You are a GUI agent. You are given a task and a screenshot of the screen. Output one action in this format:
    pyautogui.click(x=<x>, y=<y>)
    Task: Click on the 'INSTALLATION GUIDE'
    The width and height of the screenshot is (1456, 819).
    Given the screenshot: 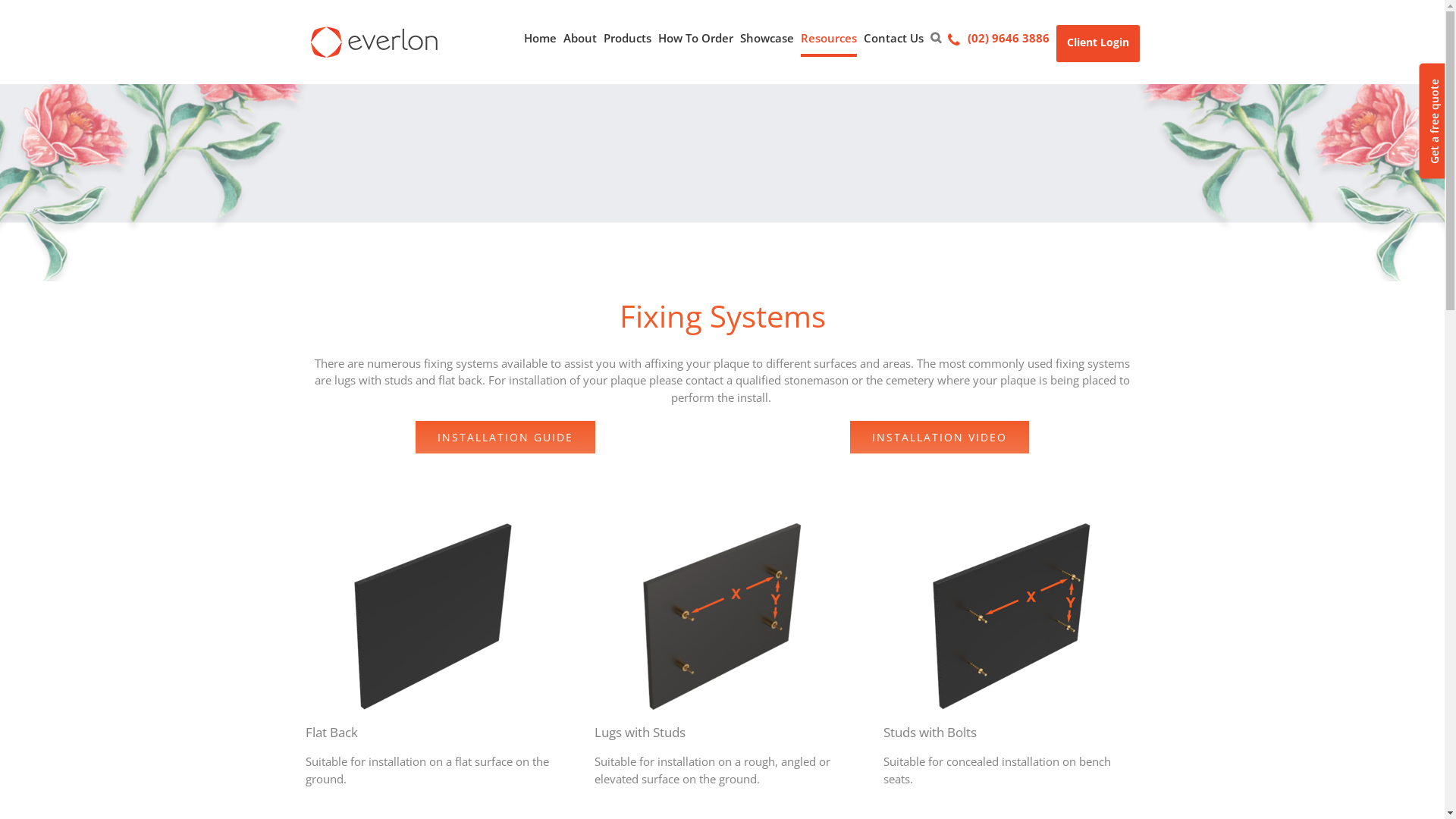 What is the action you would take?
    pyautogui.click(x=505, y=437)
    